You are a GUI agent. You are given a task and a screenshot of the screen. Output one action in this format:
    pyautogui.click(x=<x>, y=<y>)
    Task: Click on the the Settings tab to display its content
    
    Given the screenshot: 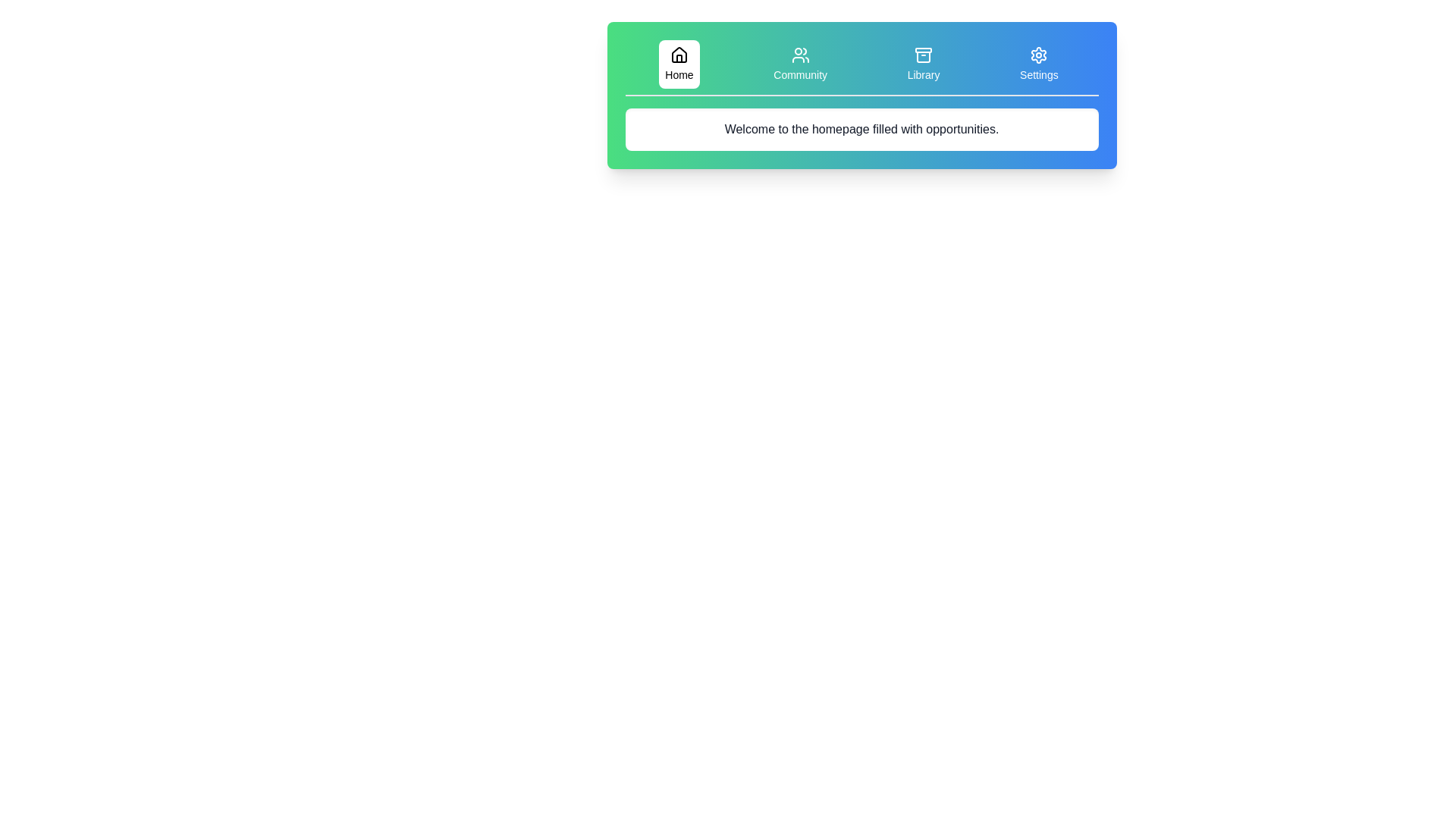 What is the action you would take?
    pyautogui.click(x=1038, y=63)
    